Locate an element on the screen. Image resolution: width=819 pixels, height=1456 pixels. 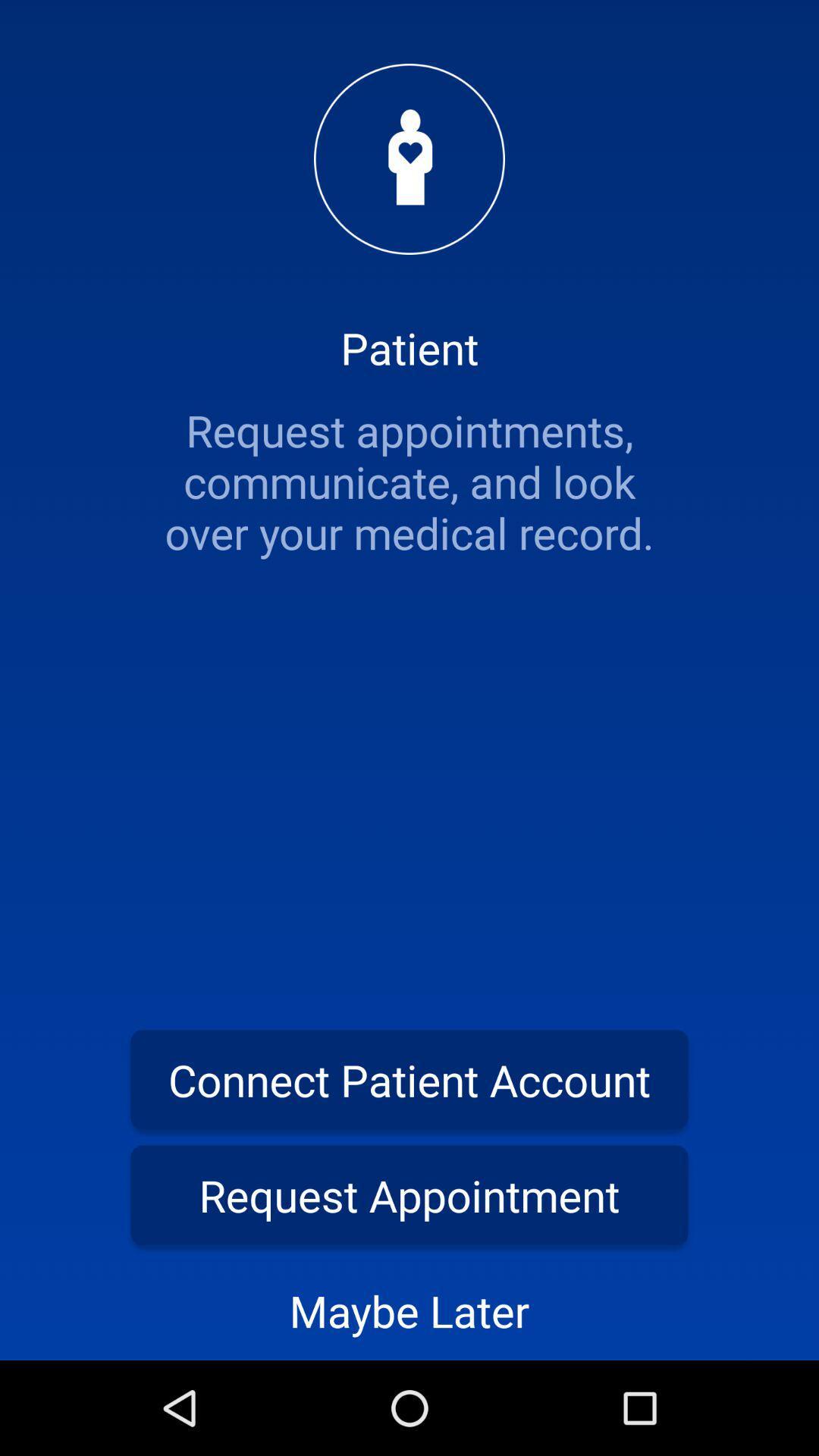
request appointment item is located at coordinates (409, 1194).